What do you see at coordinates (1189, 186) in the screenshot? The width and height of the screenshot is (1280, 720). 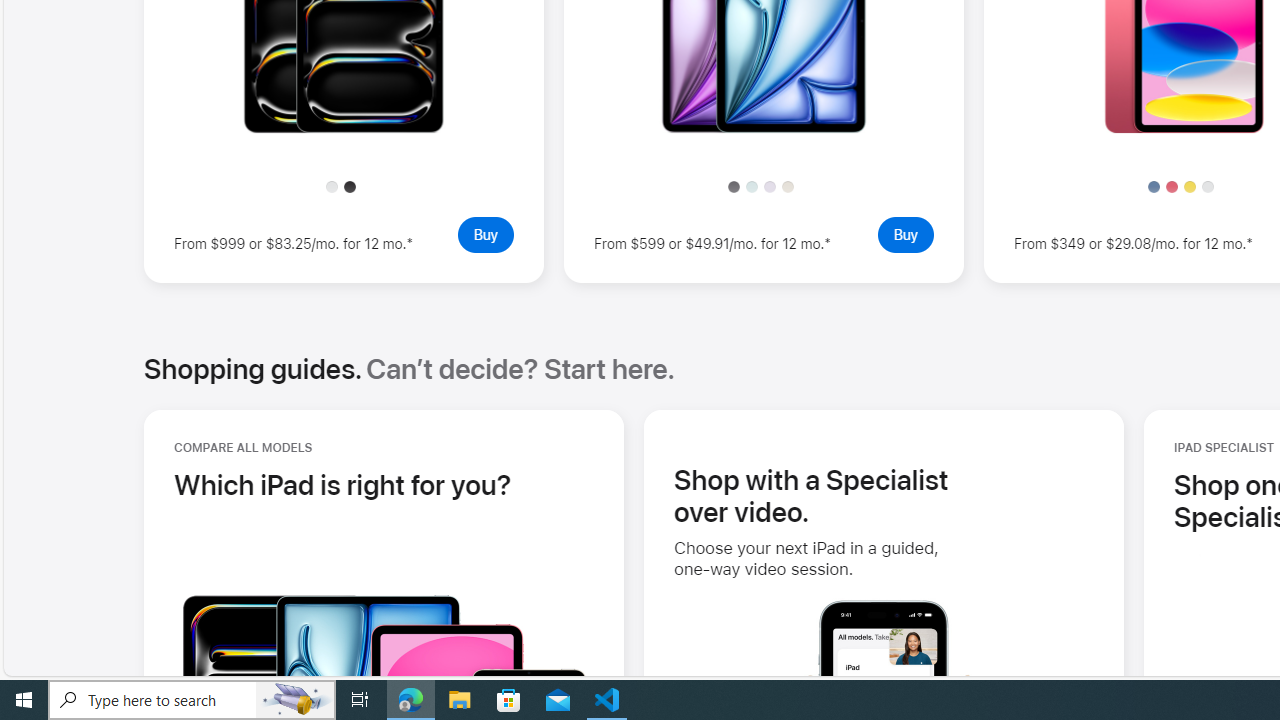 I see `'Yellow'` at bounding box center [1189, 186].